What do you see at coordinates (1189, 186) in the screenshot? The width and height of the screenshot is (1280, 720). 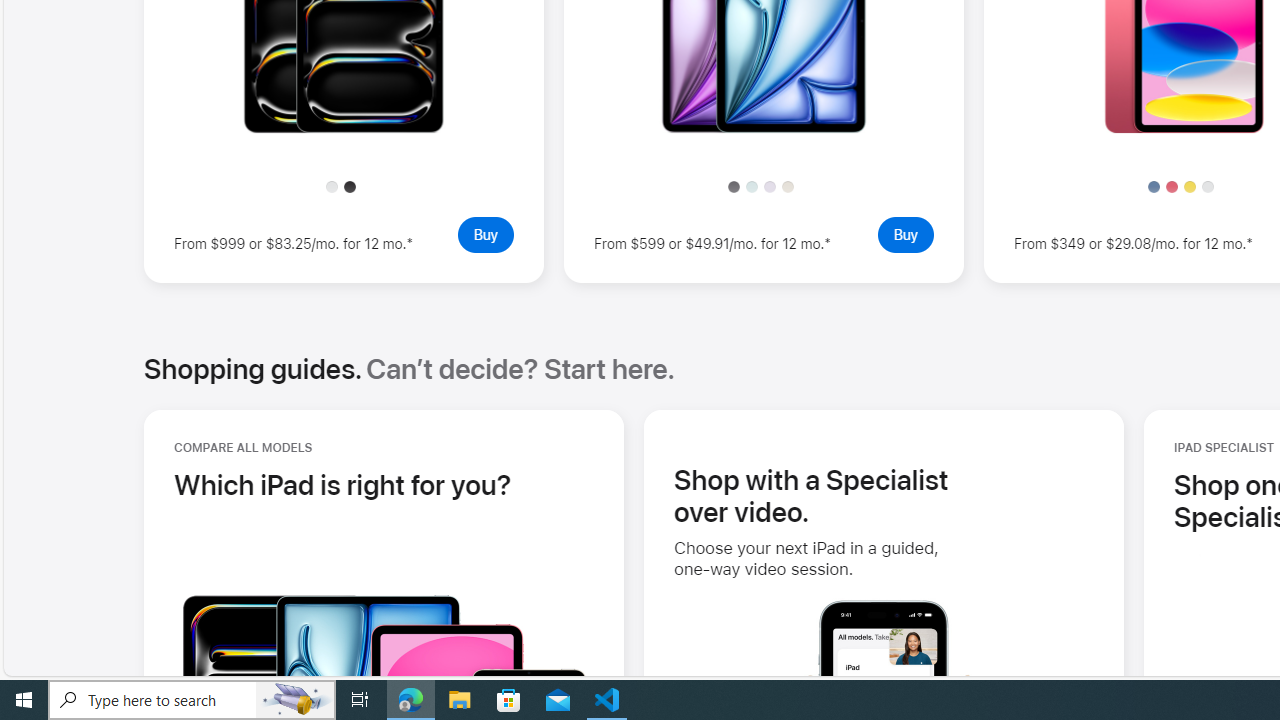 I see `'Yellow'` at bounding box center [1189, 186].